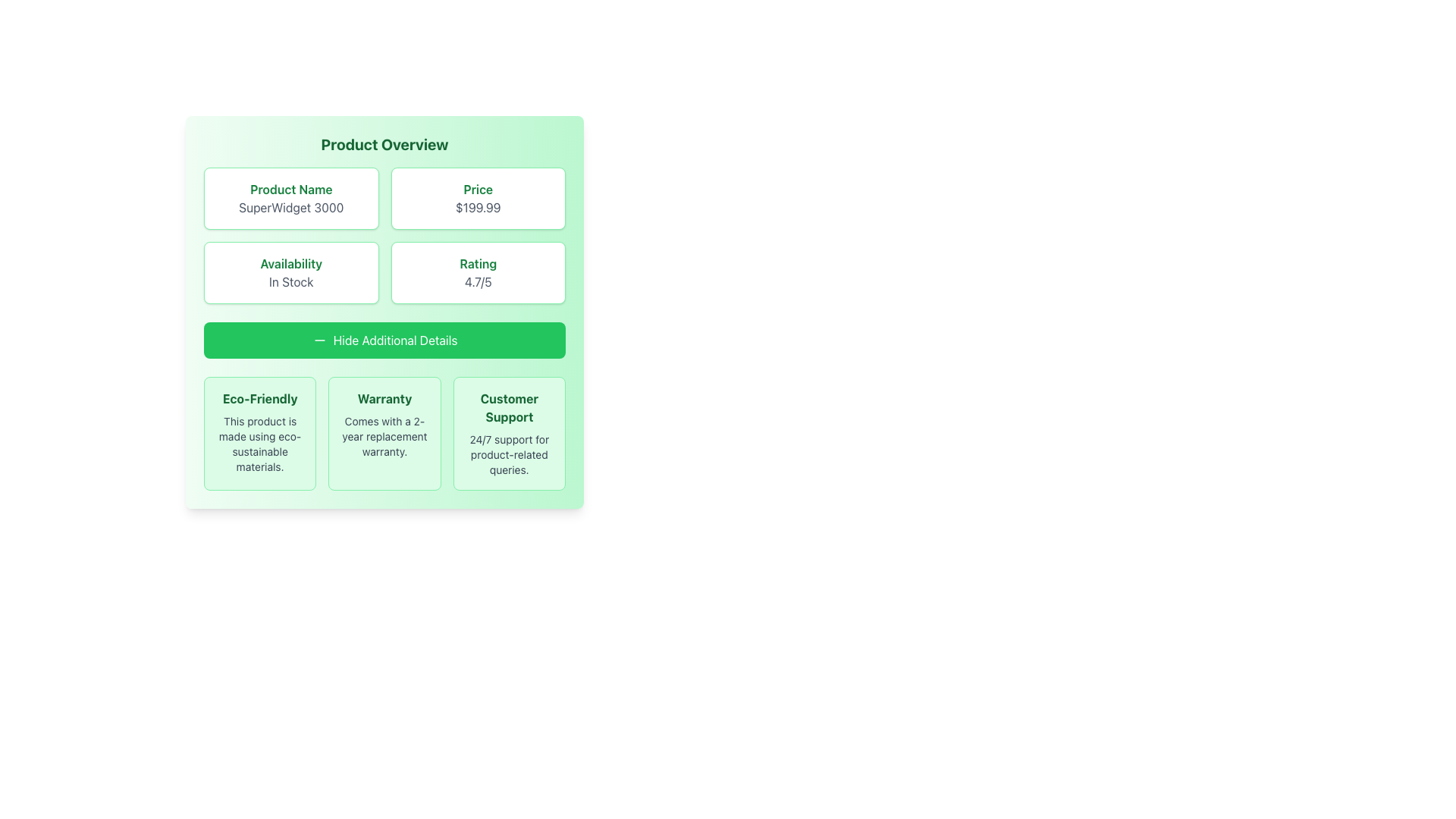  What do you see at coordinates (477, 189) in the screenshot?
I see `the label indicating the product price in the 'Product Overview' section, located in the right column of the central grid` at bounding box center [477, 189].